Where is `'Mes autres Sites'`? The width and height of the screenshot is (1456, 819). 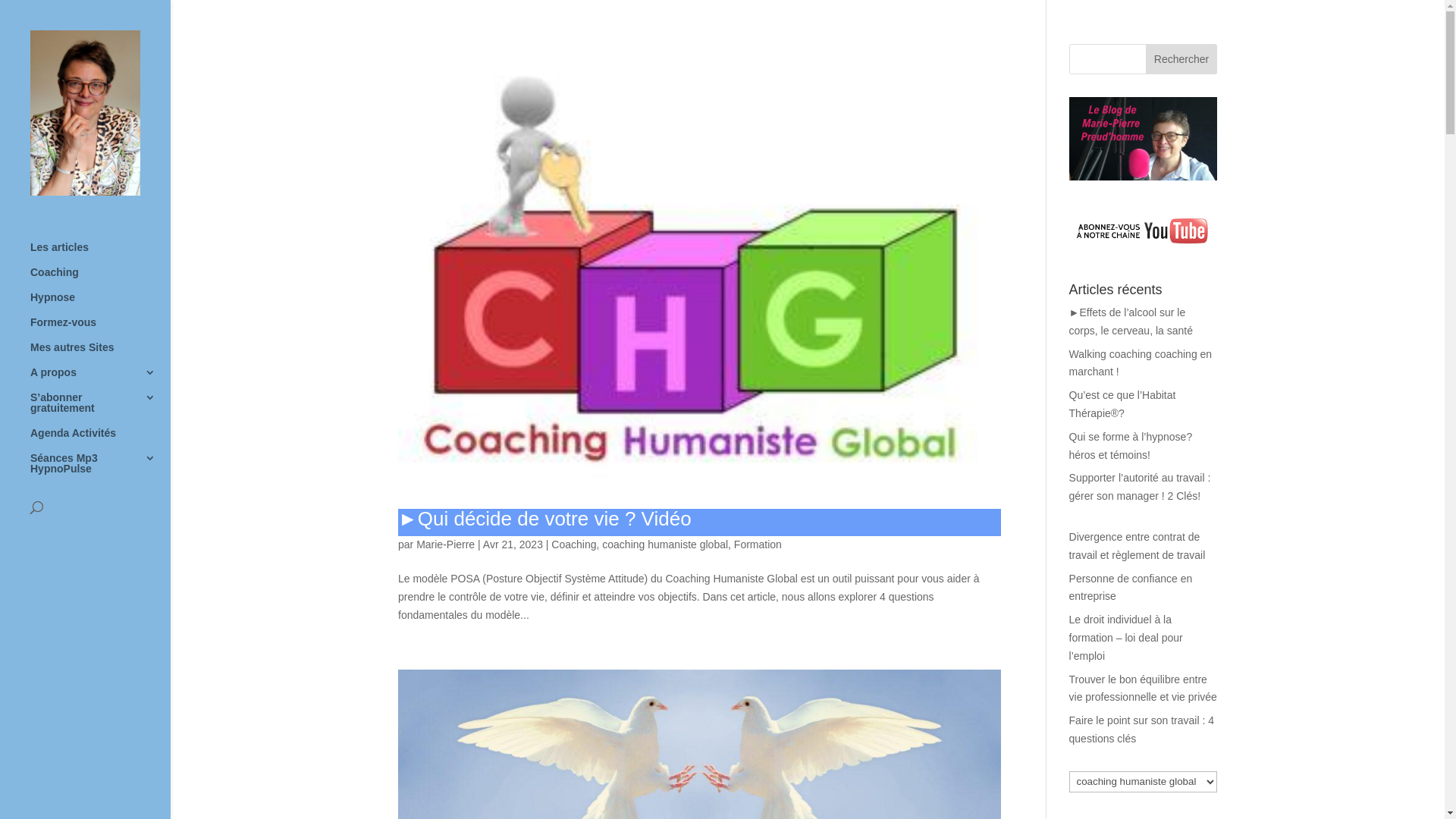
'Mes autres Sites' is located at coordinates (99, 353).